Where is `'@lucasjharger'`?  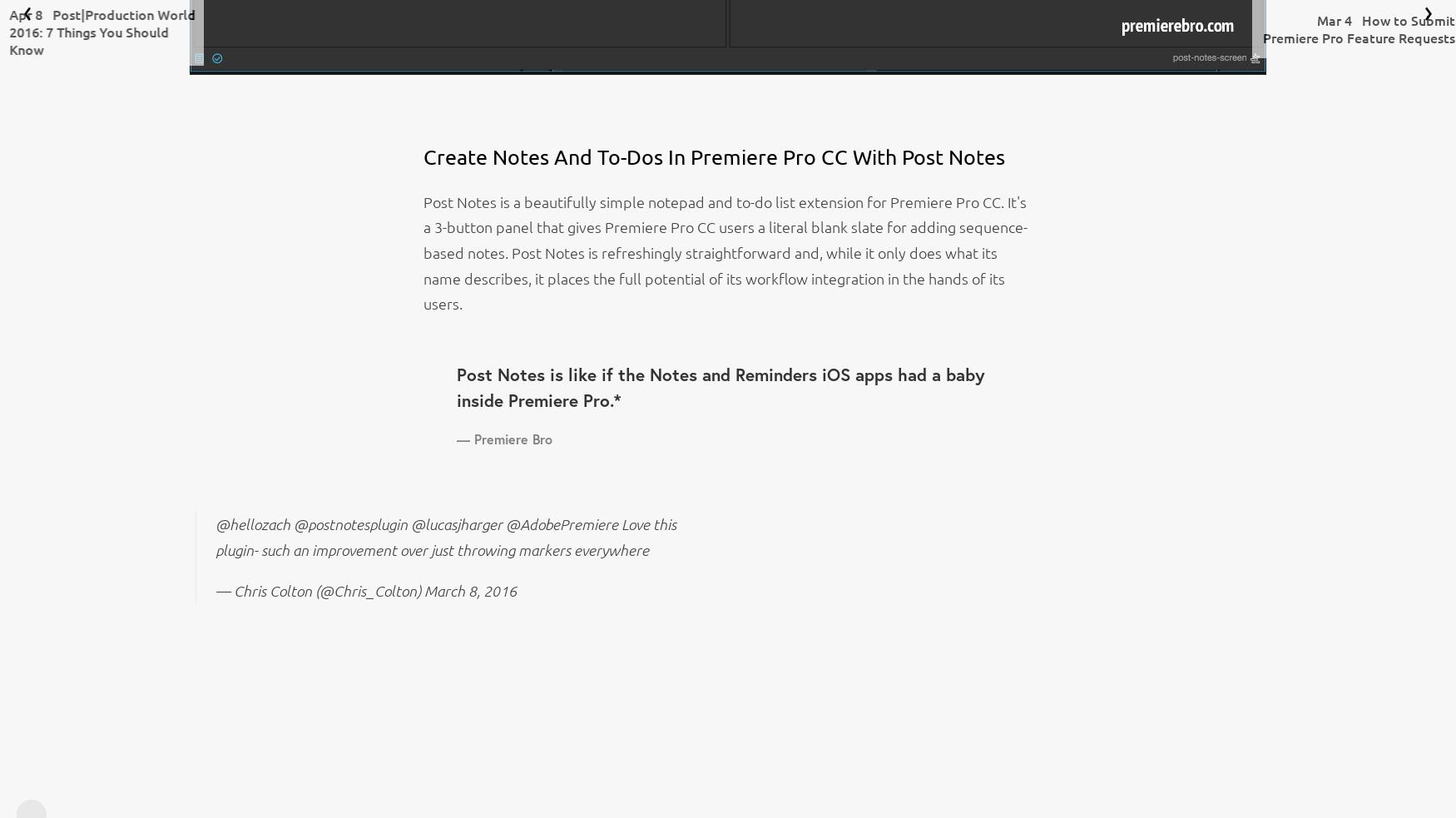
'@lucasjharger' is located at coordinates (455, 524).